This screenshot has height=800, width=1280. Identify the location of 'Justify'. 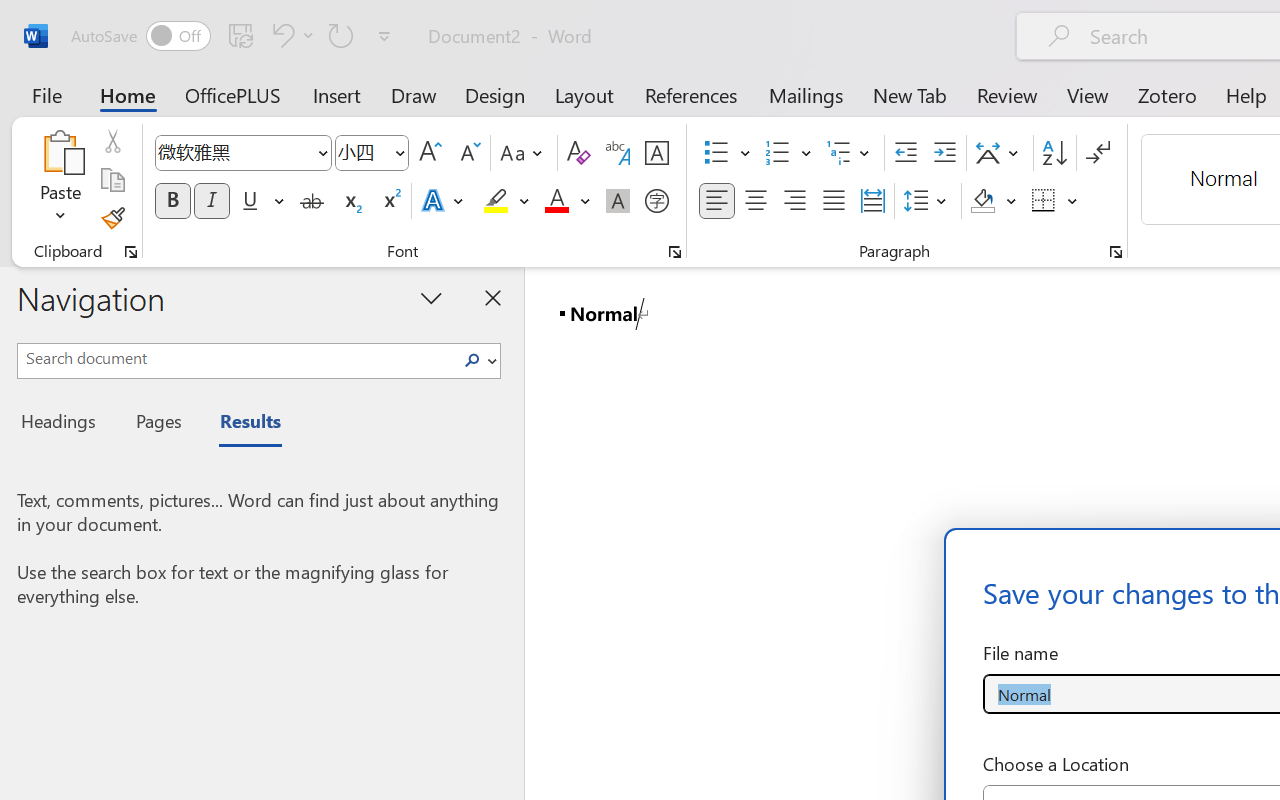
(834, 201).